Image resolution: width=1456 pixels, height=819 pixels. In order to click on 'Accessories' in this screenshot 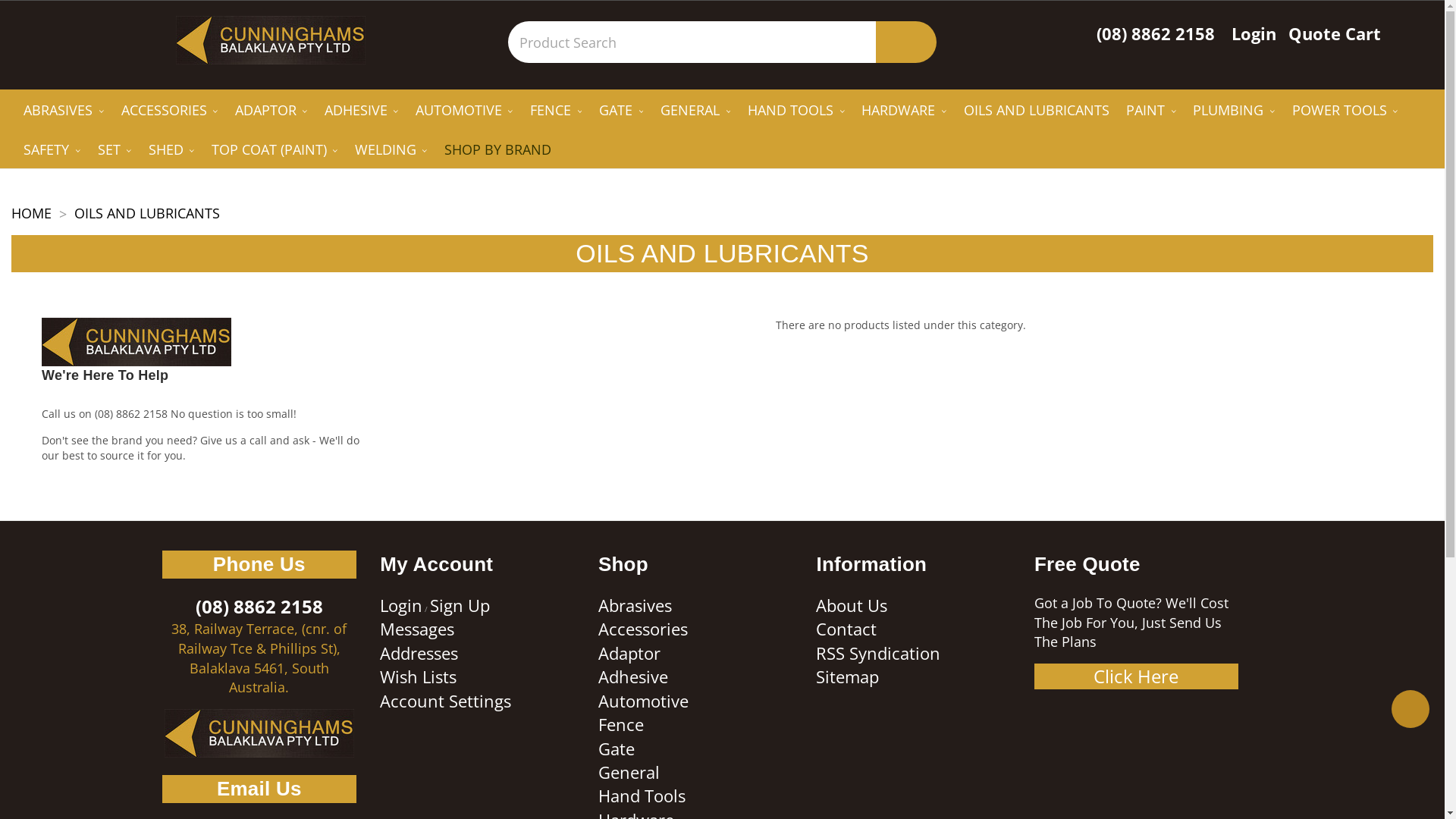, I will do `click(643, 629)`.